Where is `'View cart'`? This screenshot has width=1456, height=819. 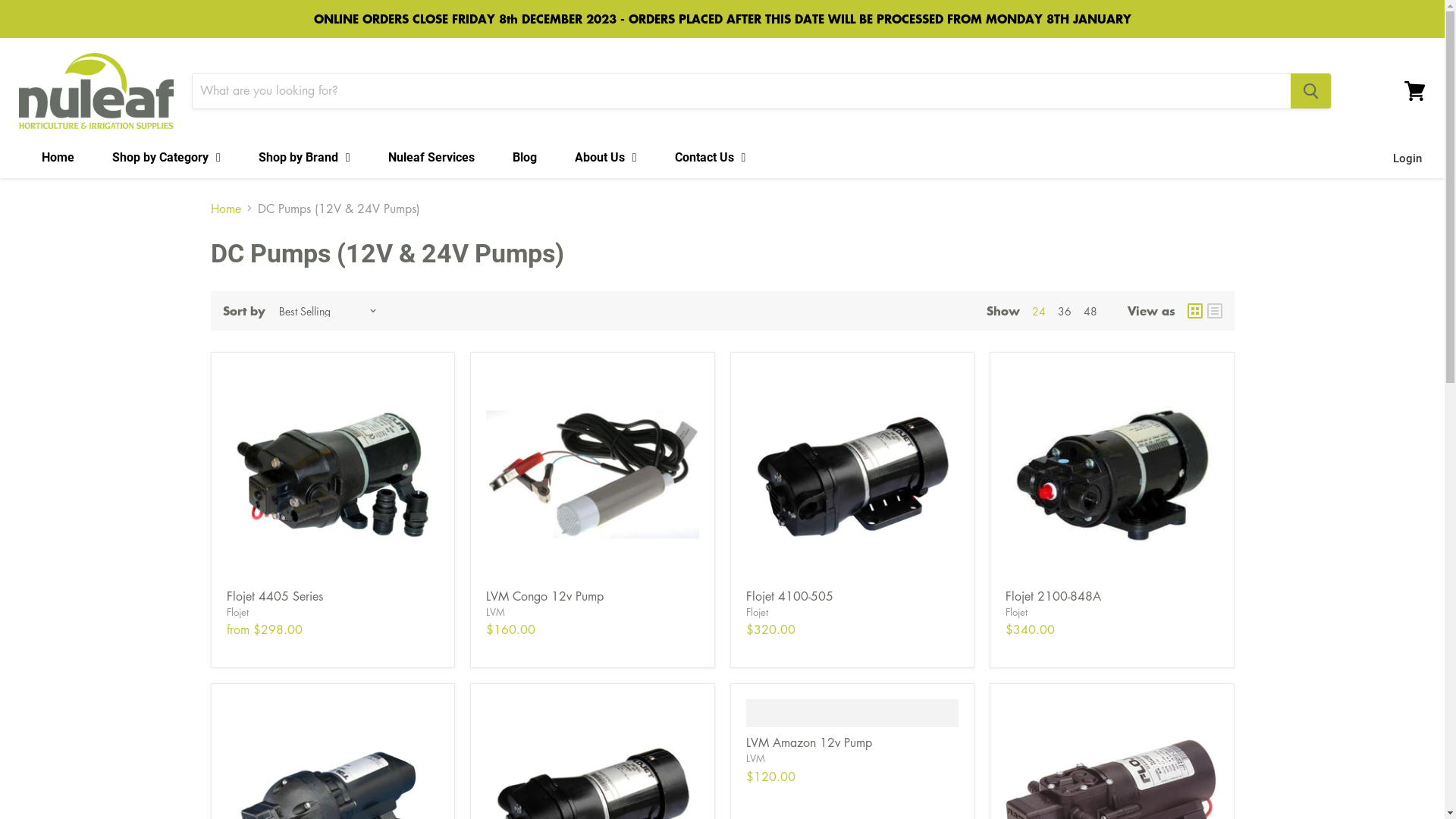 'View cart' is located at coordinates (1396, 90).